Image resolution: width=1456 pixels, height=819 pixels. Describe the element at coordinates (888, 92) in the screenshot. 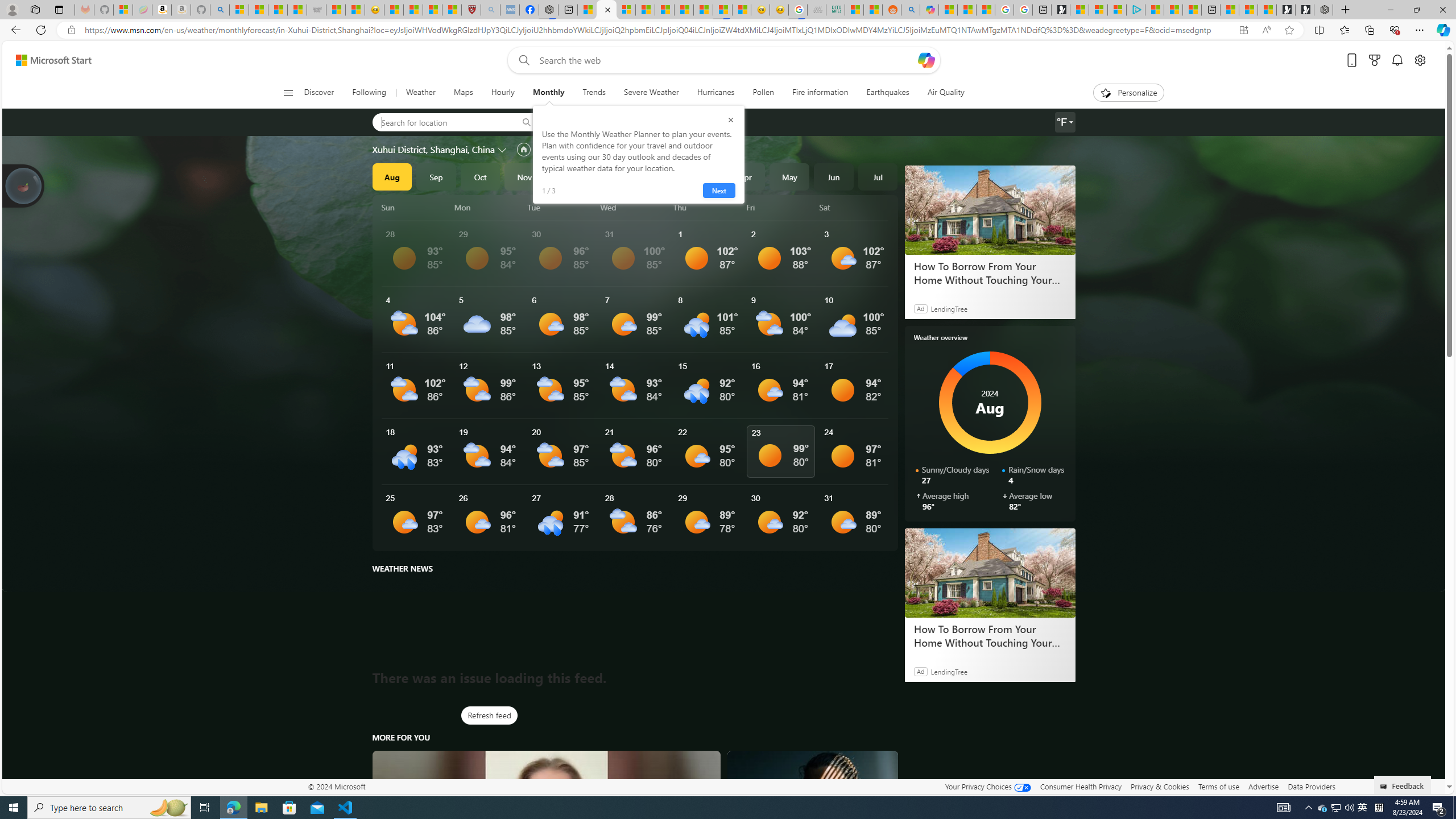

I see `'Earthquakes'` at that location.